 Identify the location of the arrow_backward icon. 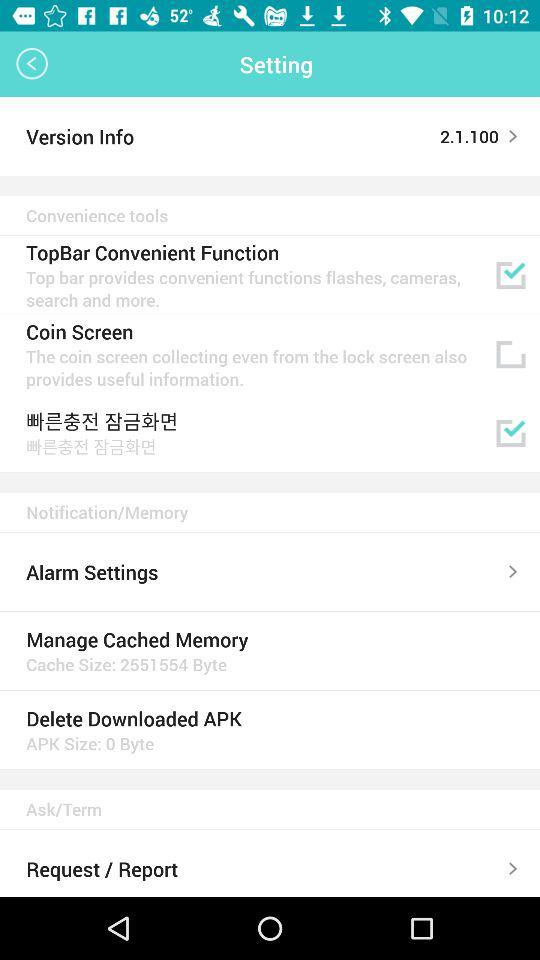
(31, 64).